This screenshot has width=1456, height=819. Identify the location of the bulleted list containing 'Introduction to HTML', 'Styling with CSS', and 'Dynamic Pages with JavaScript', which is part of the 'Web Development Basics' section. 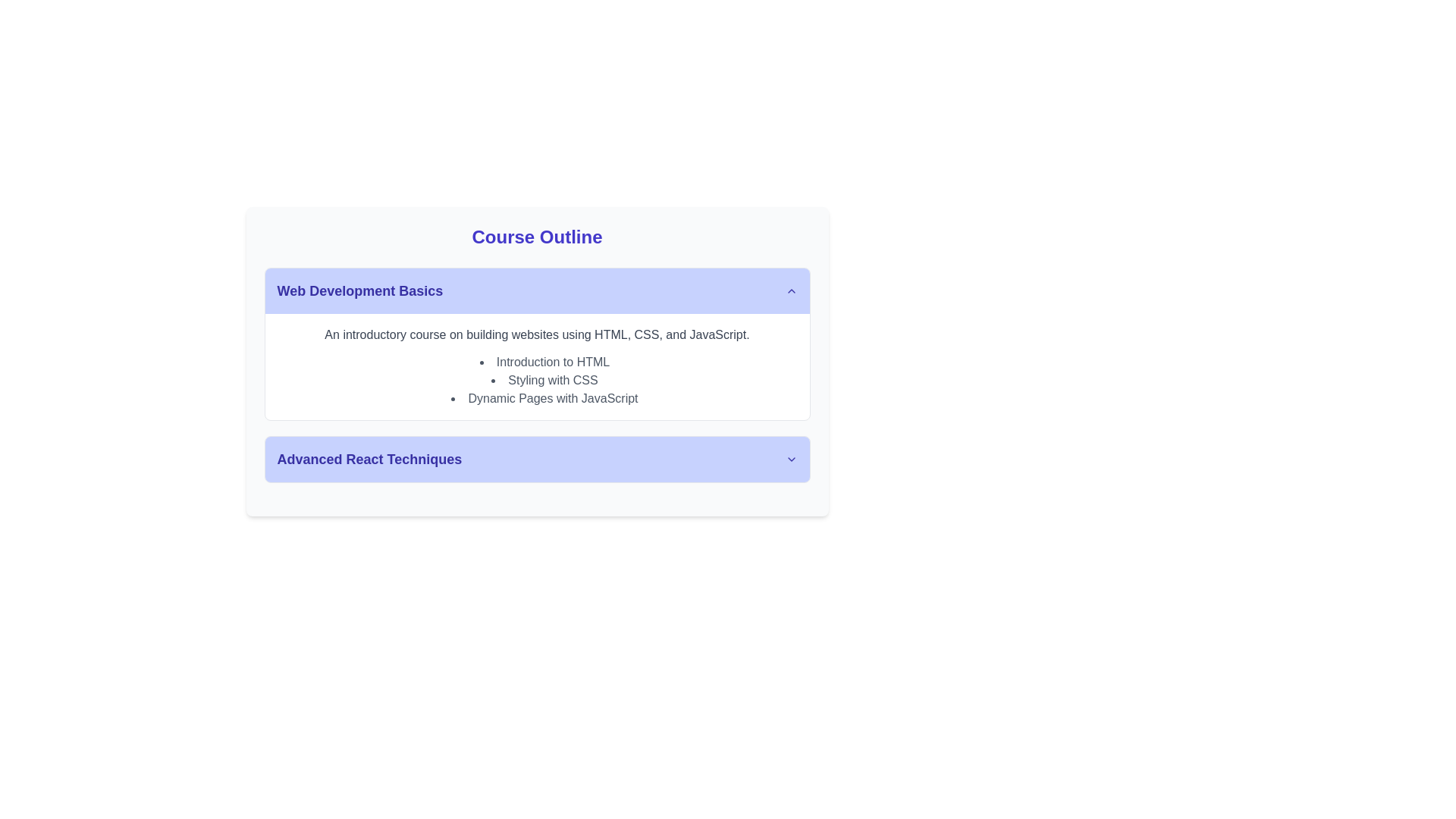
(537, 379).